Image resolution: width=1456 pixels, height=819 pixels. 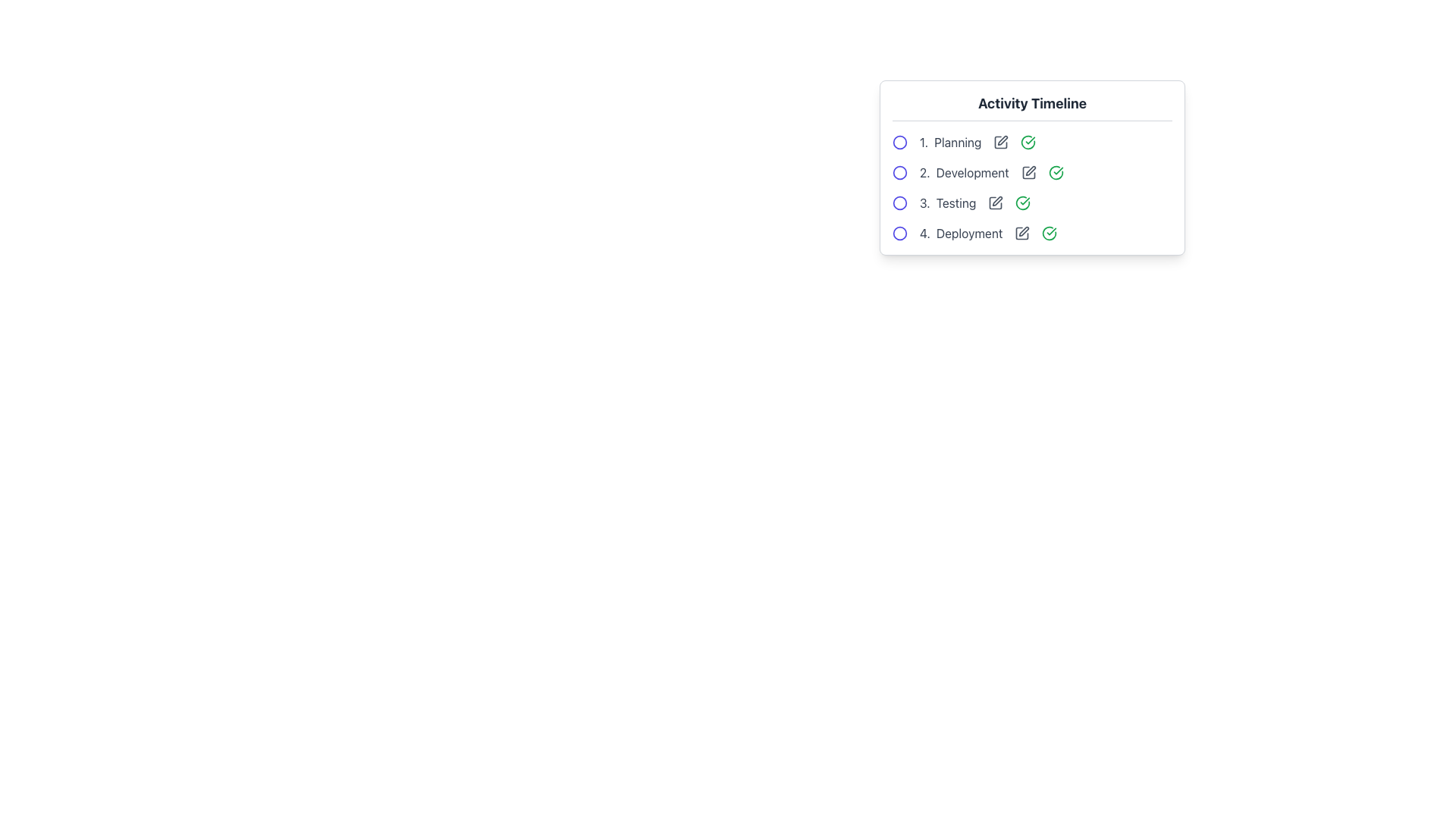 What do you see at coordinates (924, 234) in the screenshot?
I see `the numerical label '4.' indicating the sequence of the task titled 'Deployment' within the activity timeline` at bounding box center [924, 234].